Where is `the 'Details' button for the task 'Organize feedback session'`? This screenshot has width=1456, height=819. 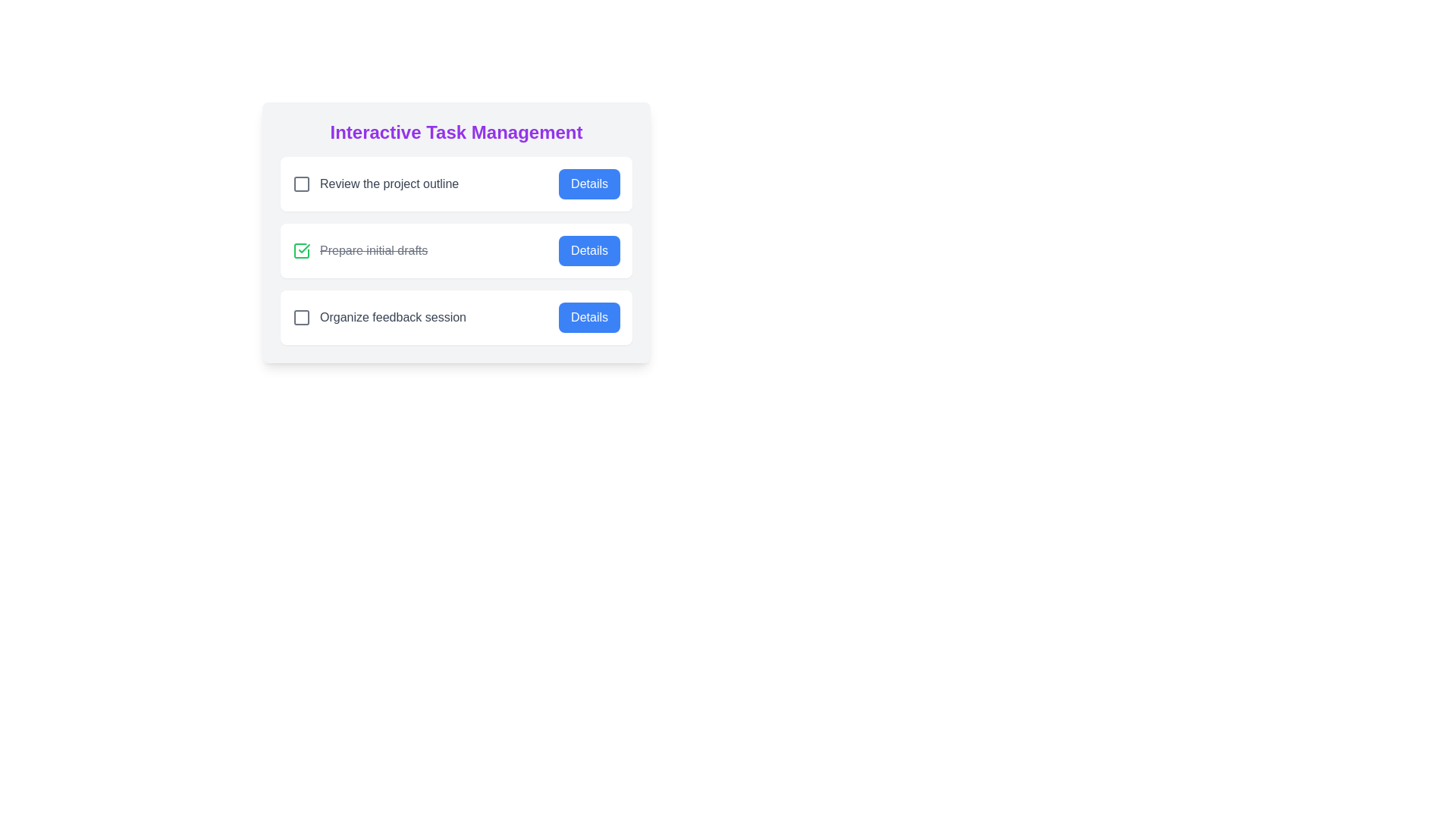
the 'Details' button for the task 'Organize feedback session' is located at coordinates (588, 317).